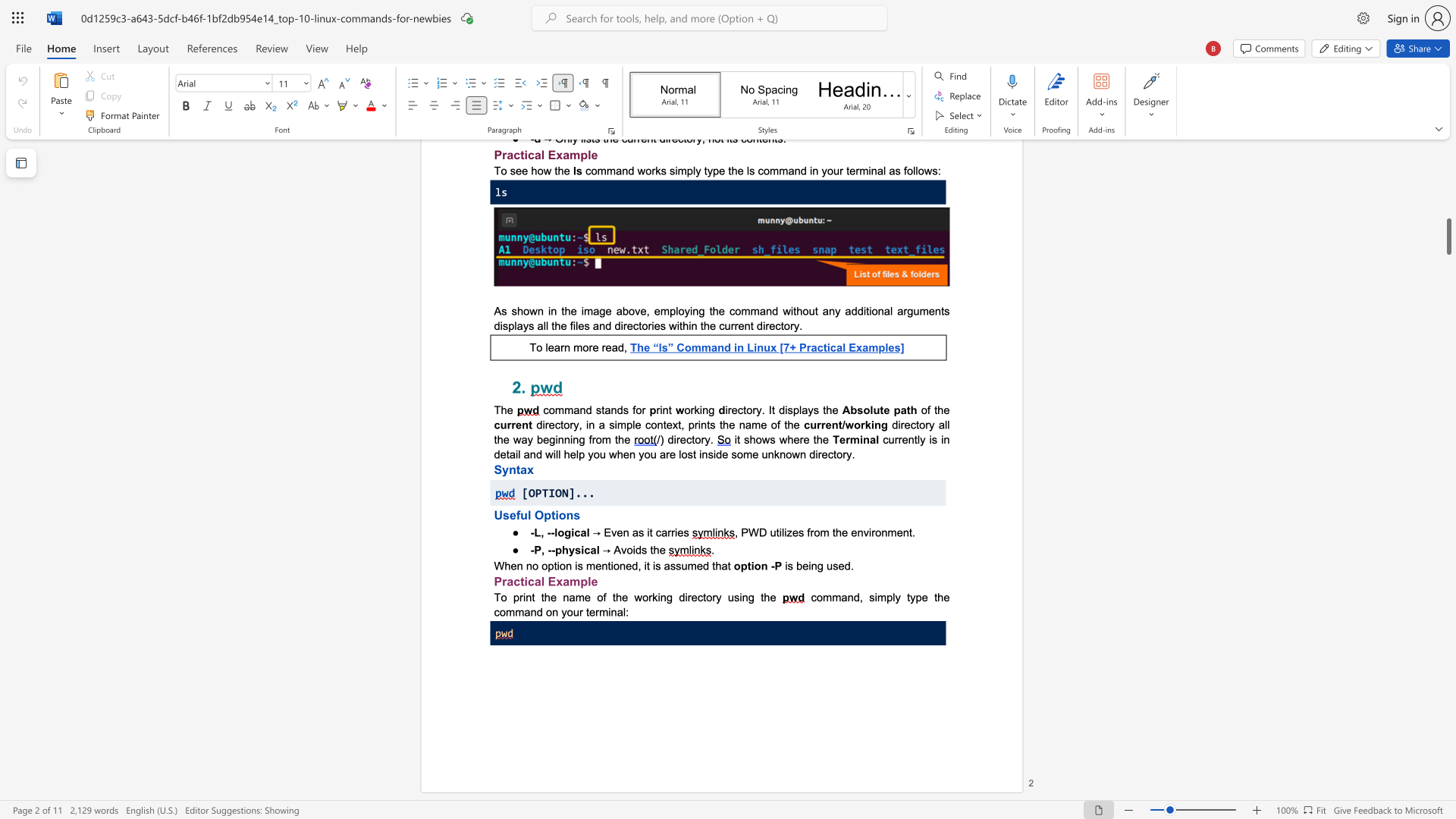 The height and width of the screenshot is (819, 1456). Describe the element at coordinates (569, 580) in the screenshot. I see `the subset text "mple" within the text "Practical Example"` at that location.